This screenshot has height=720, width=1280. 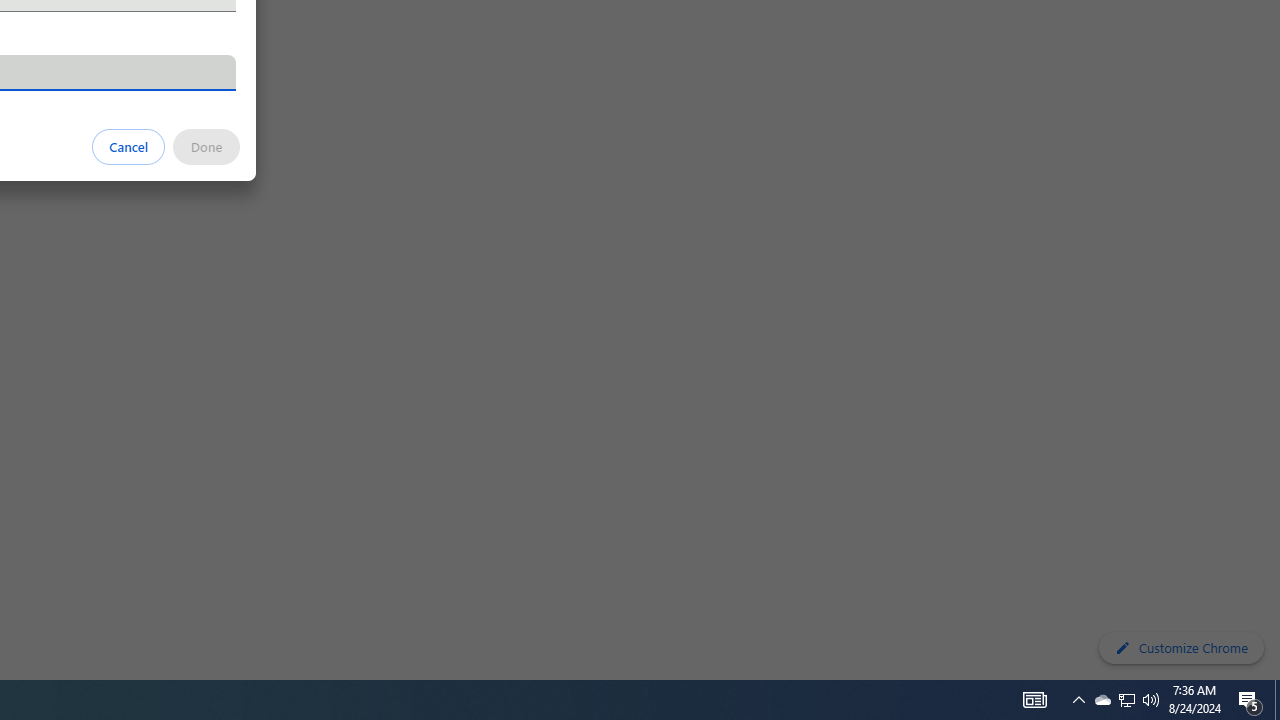 What do you see at coordinates (128, 145) in the screenshot?
I see `'Cancel'` at bounding box center [128, 145].